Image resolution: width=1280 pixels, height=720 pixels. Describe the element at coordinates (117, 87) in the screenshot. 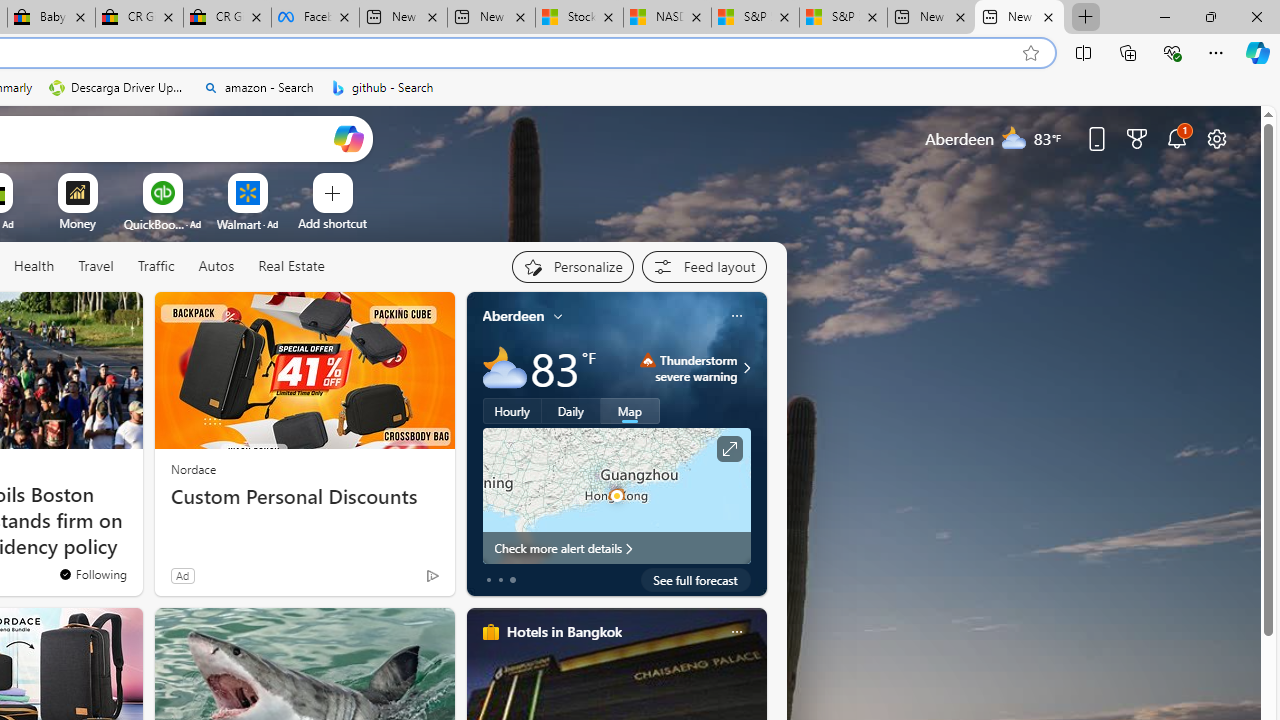

I see `'Descarga Driver Updater'` at that location.